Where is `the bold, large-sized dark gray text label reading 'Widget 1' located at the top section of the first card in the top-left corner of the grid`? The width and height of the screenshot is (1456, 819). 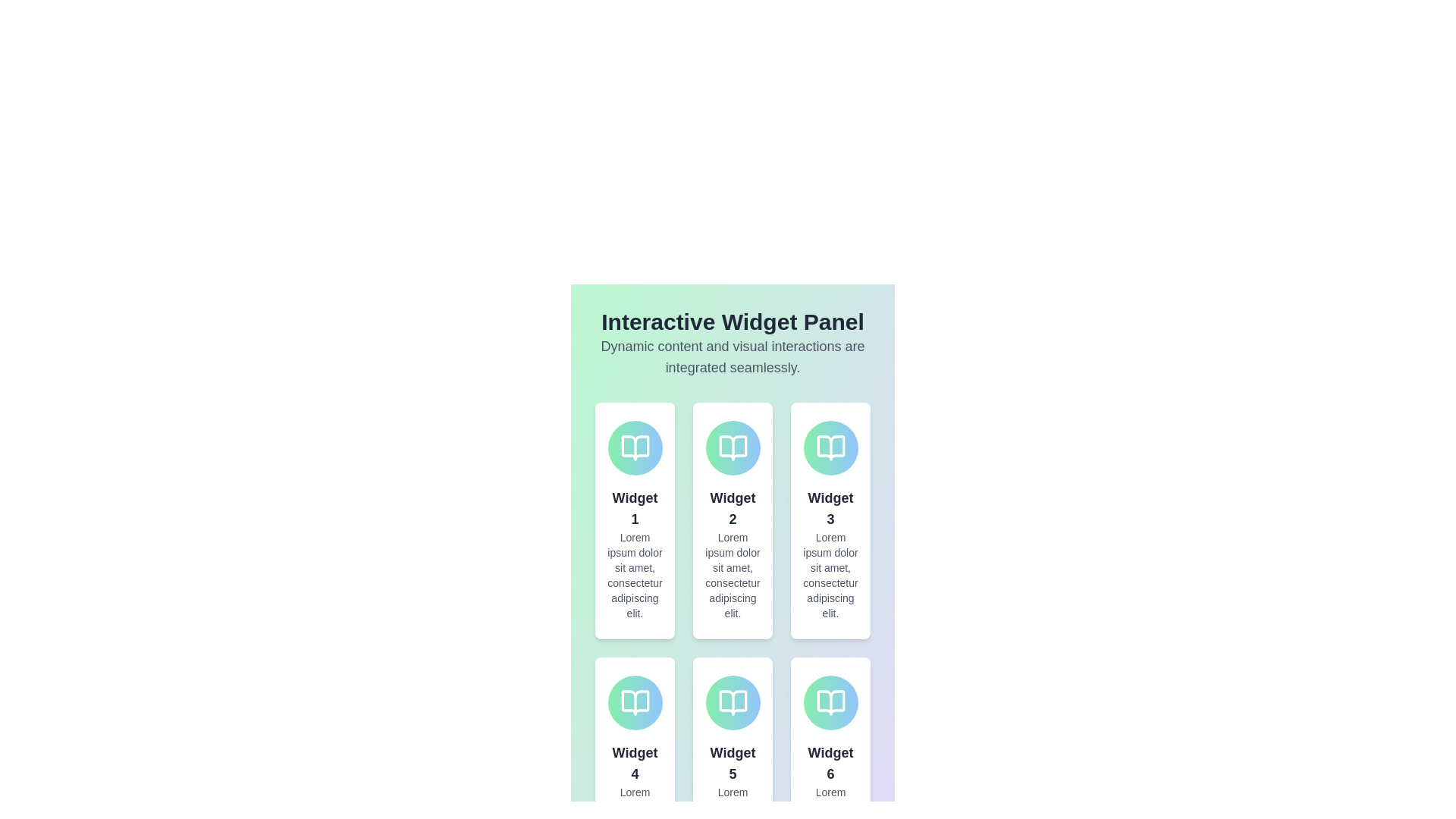
the bold, large-sized dark gray text label reading 'Widget 1' located at the top section of the first card in the top-left corner of the grid is located at coordinates (635, 509).